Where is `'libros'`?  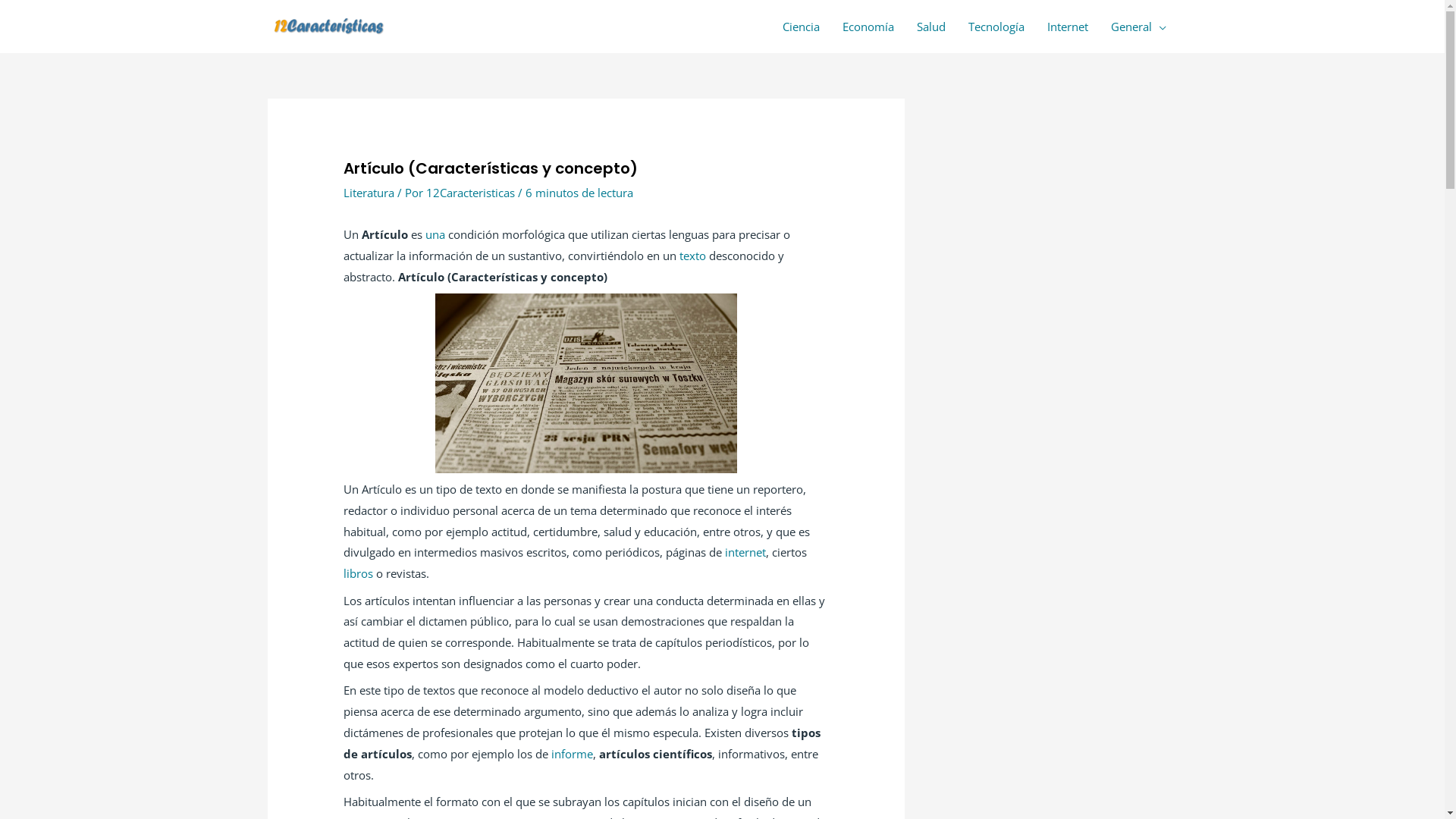 'libros' is located at coordinates (357, 573).